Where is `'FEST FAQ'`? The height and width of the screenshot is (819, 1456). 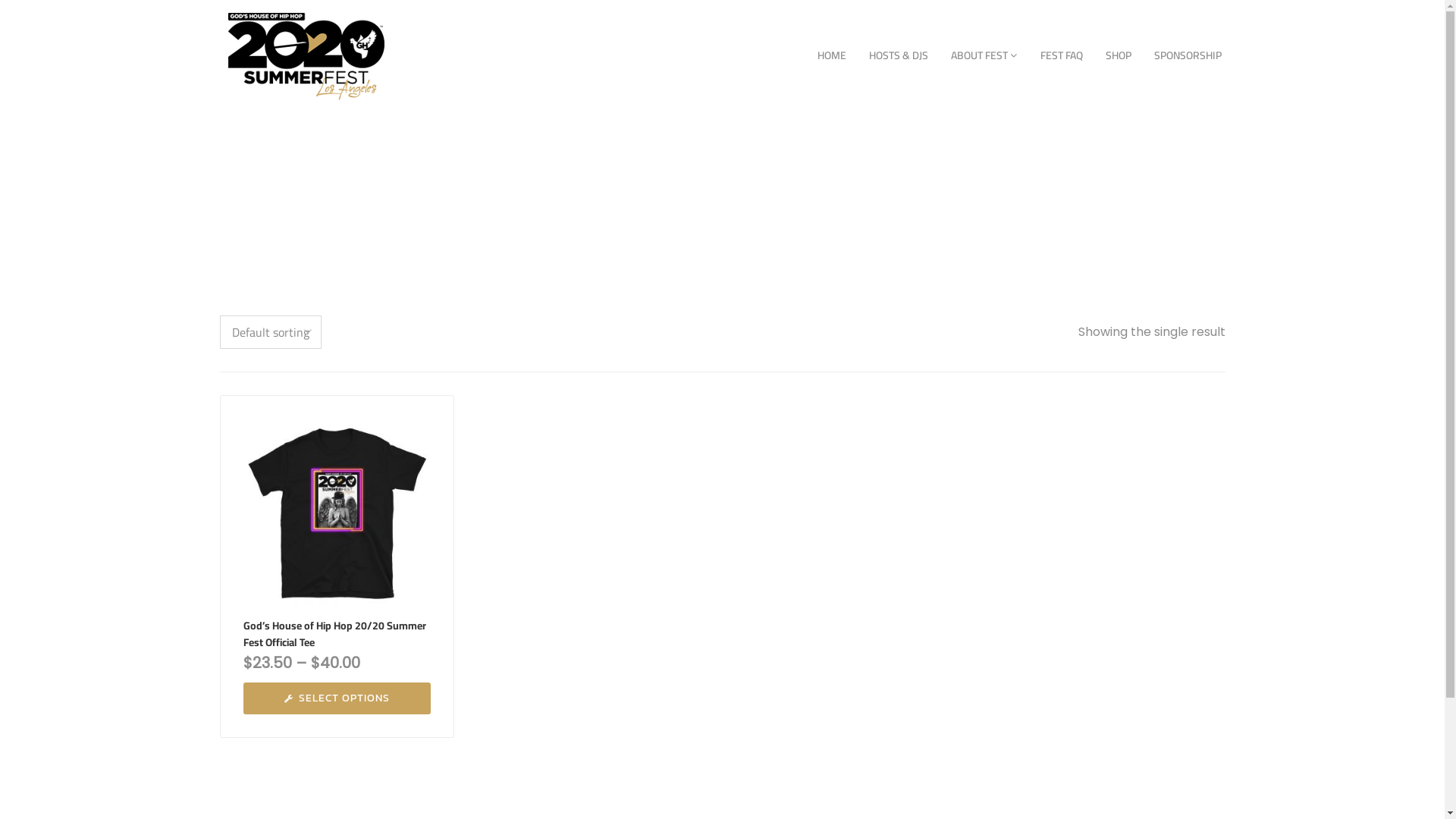 'FEST FAQ' is located at coordinates (1059, 55).